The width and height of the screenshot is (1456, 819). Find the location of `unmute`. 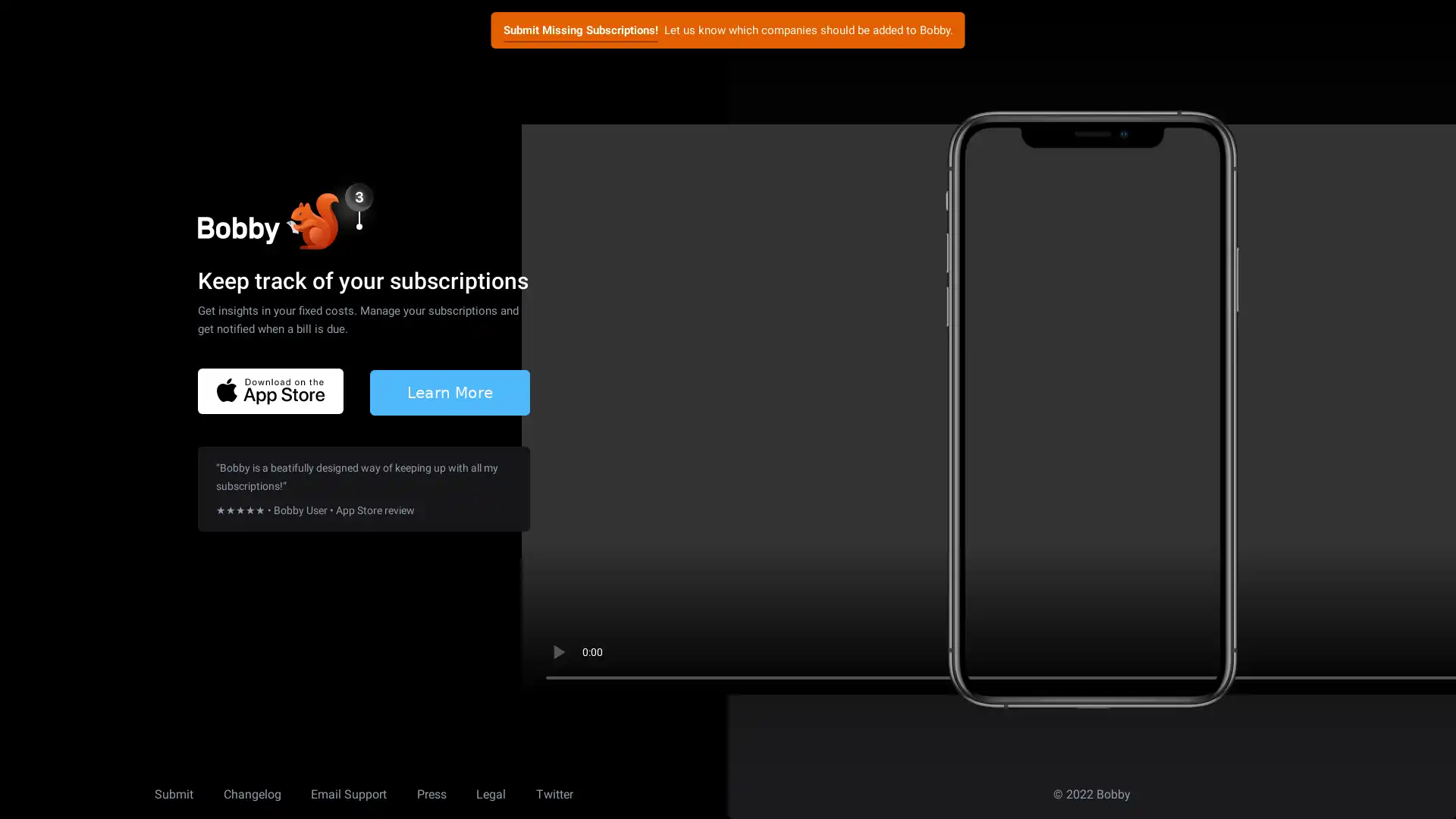

unmute is located at coordinates (1321, 651).